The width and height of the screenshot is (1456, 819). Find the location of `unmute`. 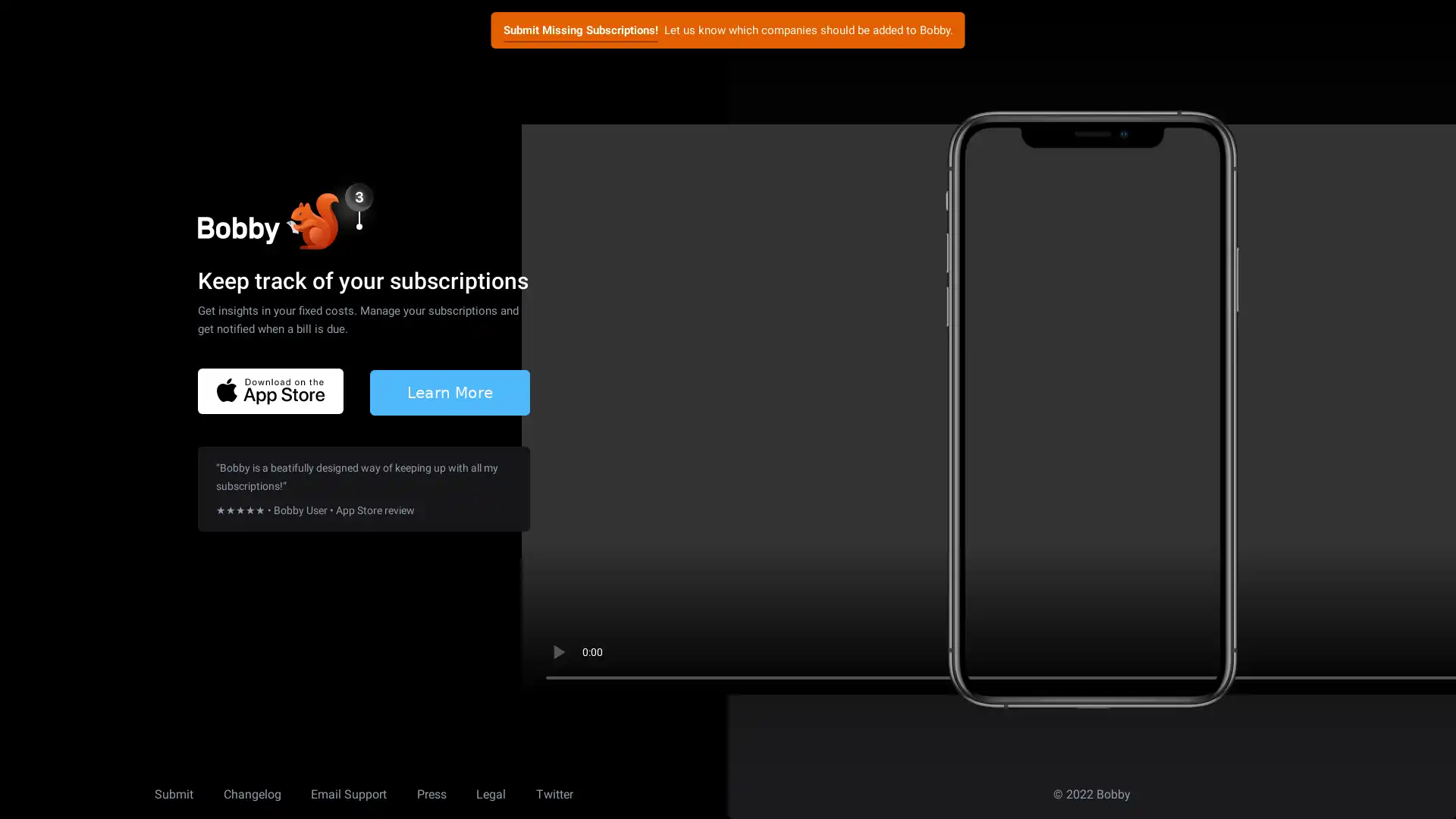

unmute is located at coordinates (1321, 651).